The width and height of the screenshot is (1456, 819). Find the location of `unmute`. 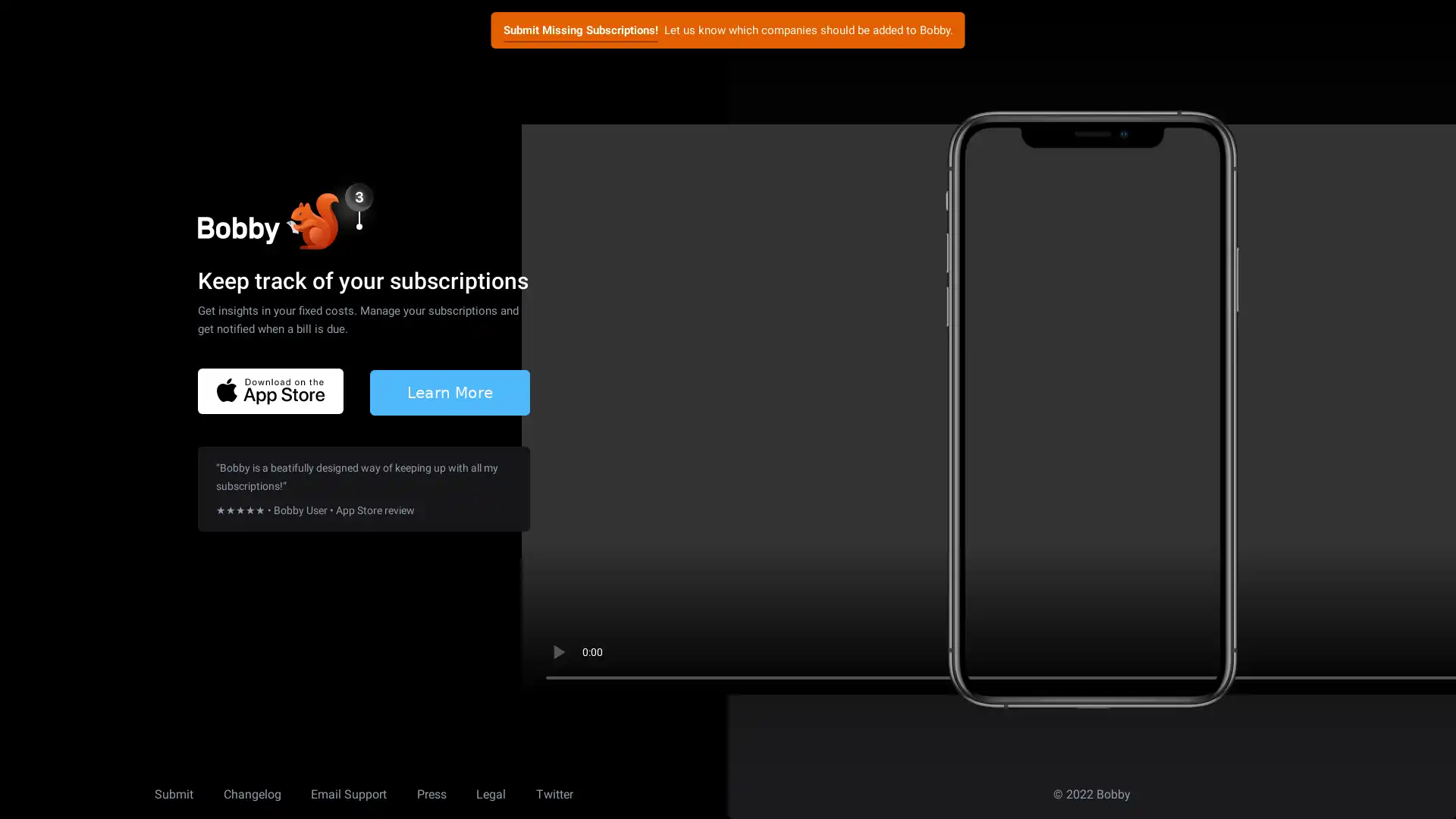

unmute is located at coordinates (1321, 651).